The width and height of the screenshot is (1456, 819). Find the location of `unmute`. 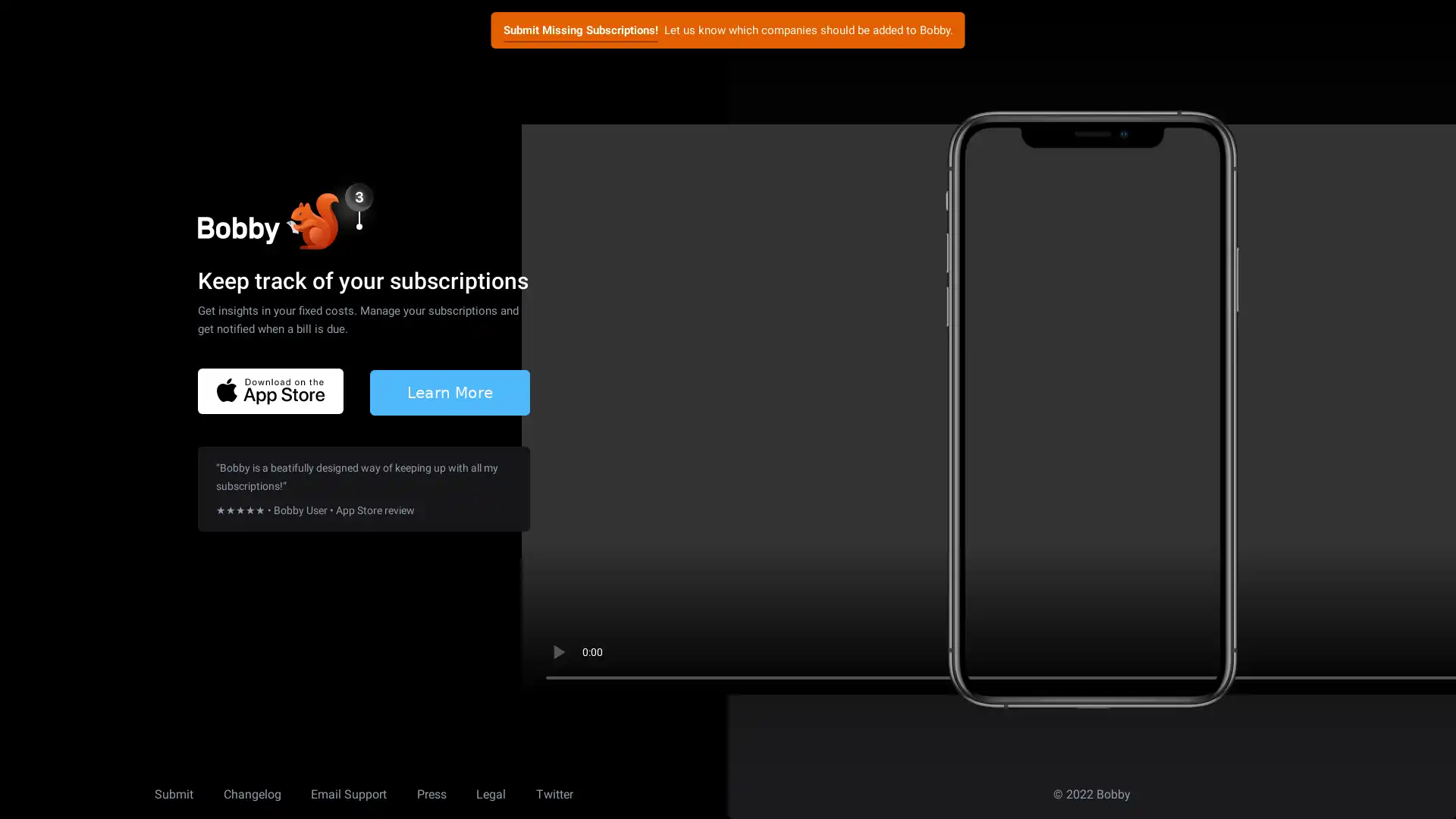

unmute is located at coordinates (1321, 651).